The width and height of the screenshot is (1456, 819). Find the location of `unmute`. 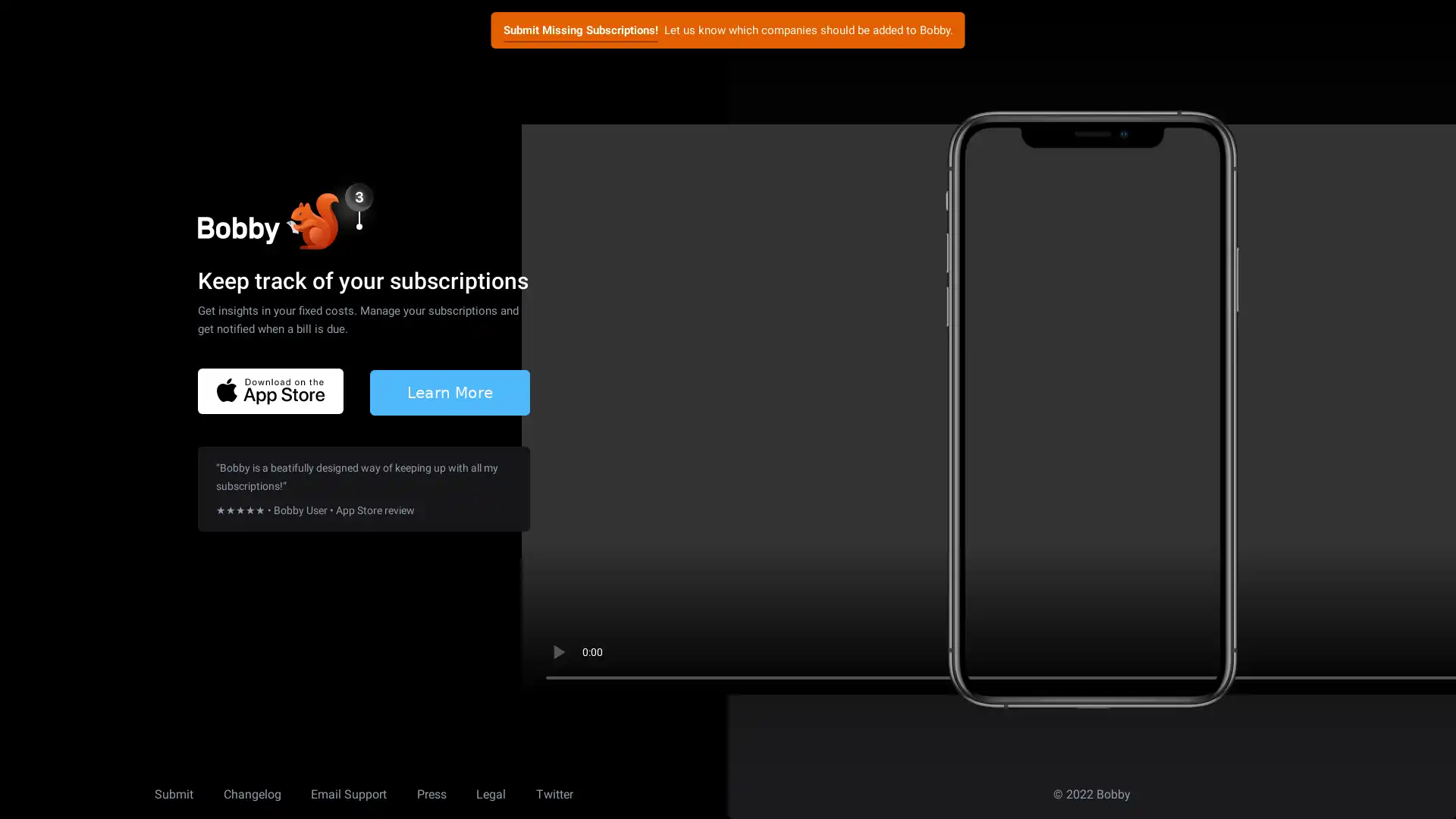

unmute is located at coordinates (1321, 651).